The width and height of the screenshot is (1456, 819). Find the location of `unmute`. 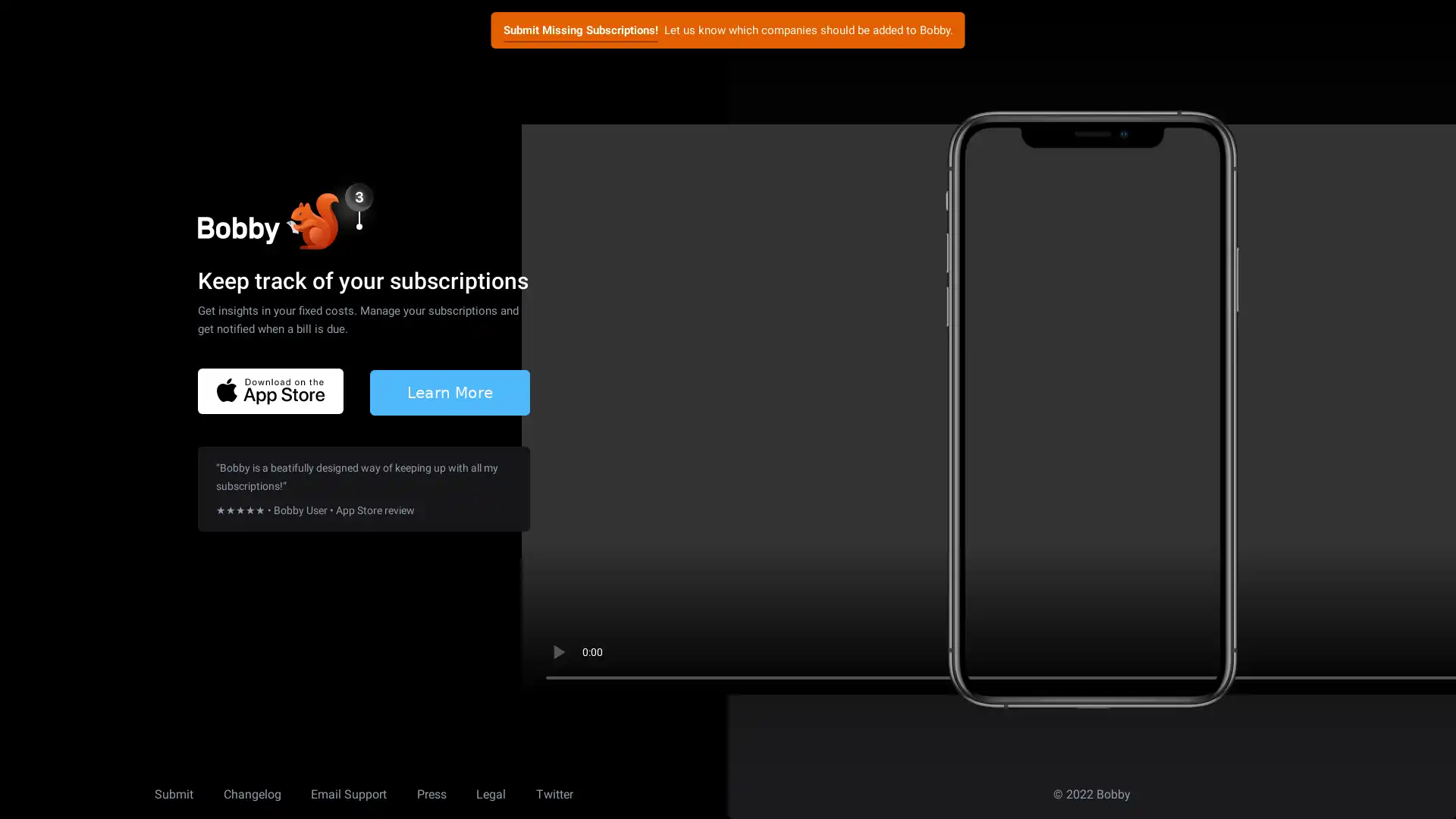

unmute is located at coordinates (1321, 651).